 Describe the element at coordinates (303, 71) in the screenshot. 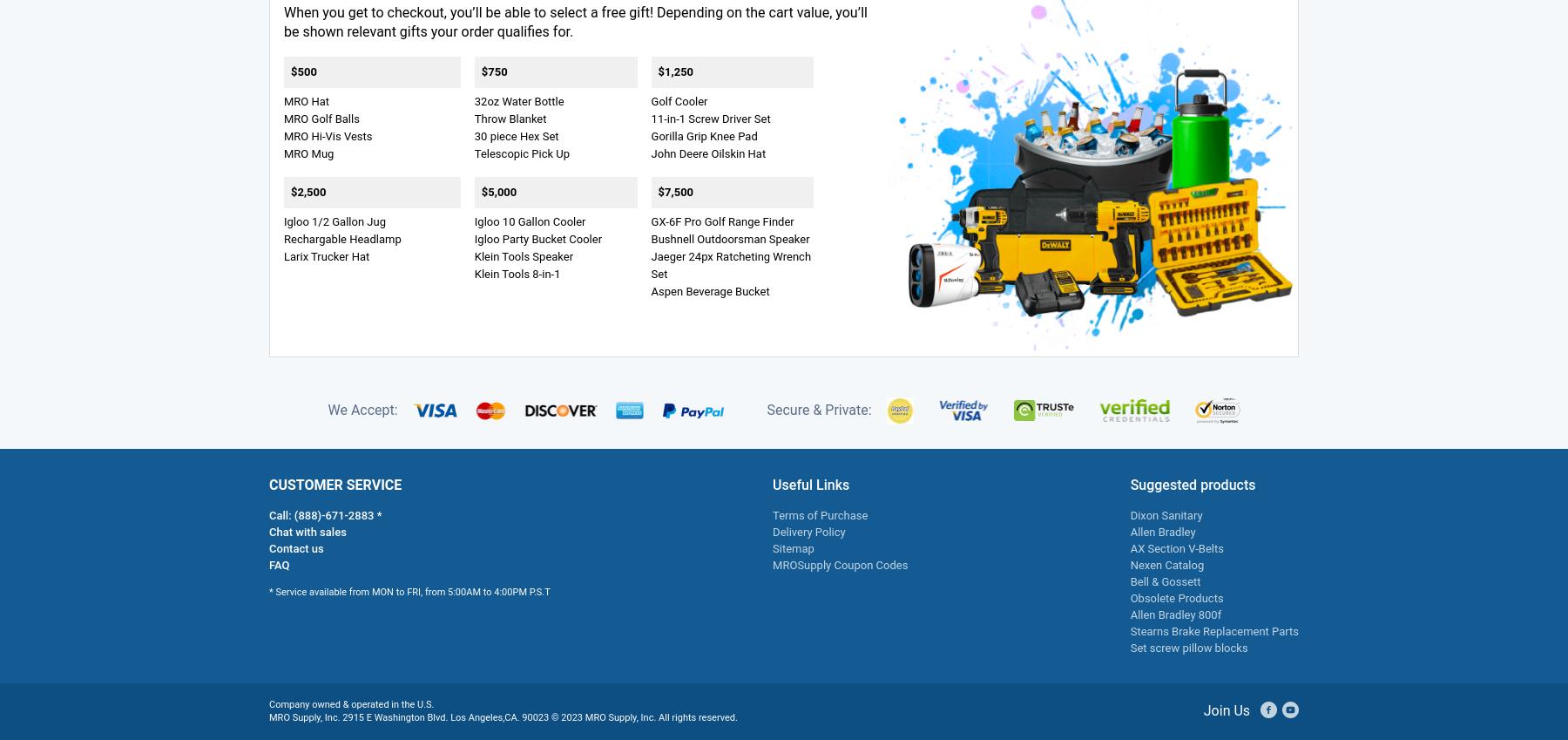

I see `'$500'` at that location.